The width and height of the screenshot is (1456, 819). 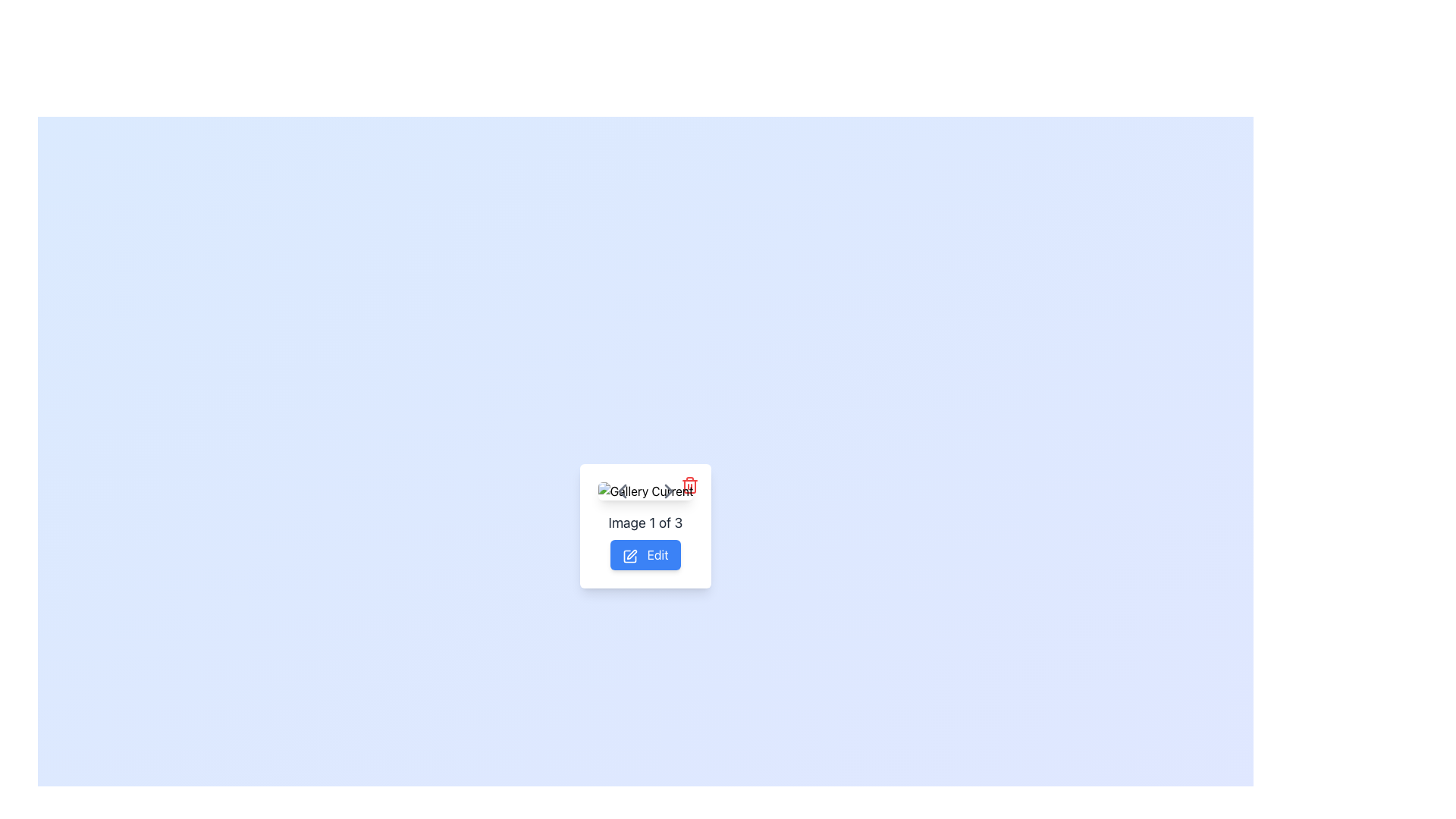 What do you see at coordinates (645, 522) in the screenshot?
I see `the descriptive text label that provides information about the current image number and the total images available in the slideshow, positioned above the 'Edit' button` at bounding box center [645, 522].